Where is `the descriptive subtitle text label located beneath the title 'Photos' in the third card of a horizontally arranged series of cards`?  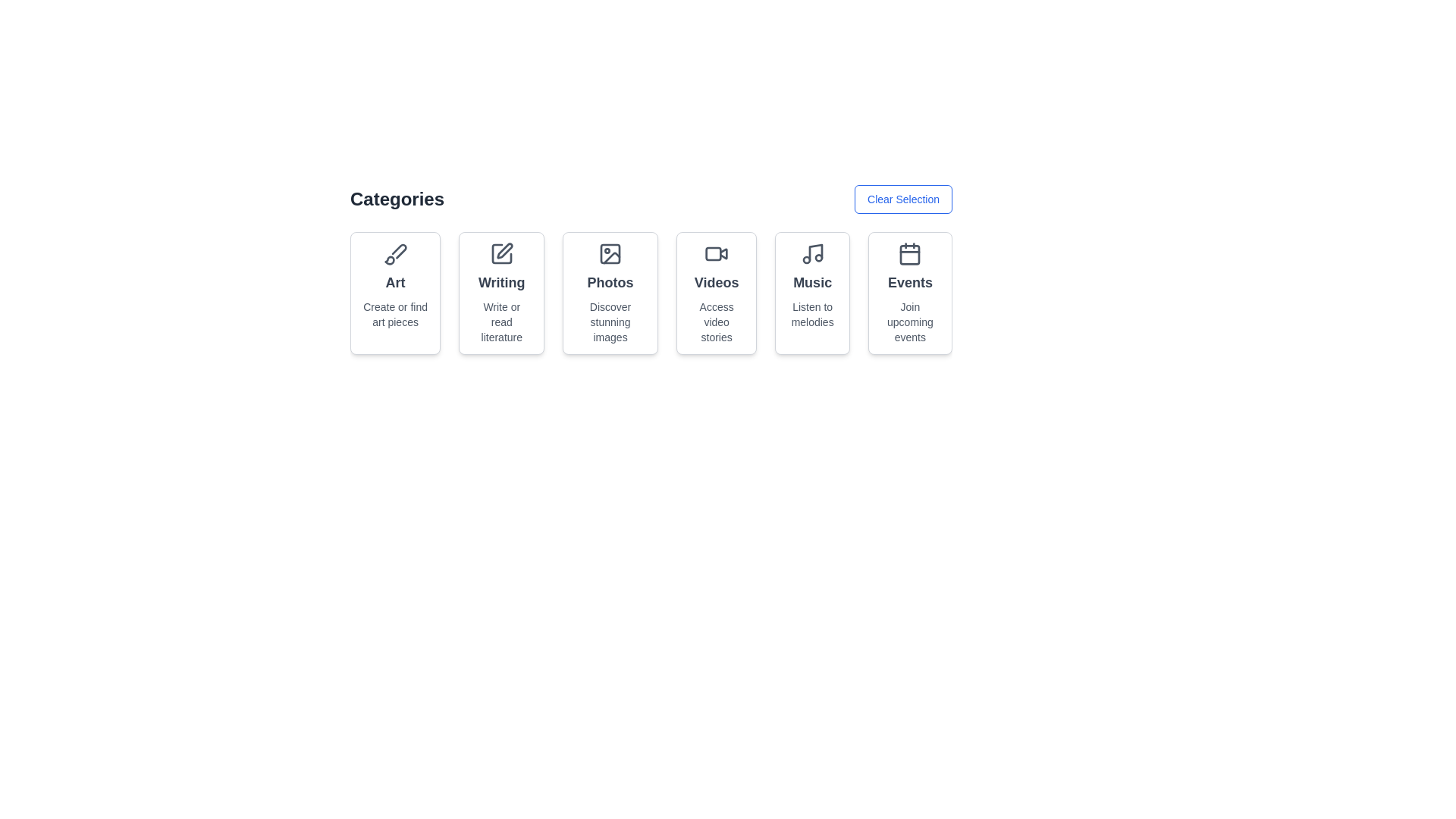
the descriptive subtitle text label located beneath the title 'Photos' in the third card of a horizontally arranged series of cards is located at coordinates (610, 321).